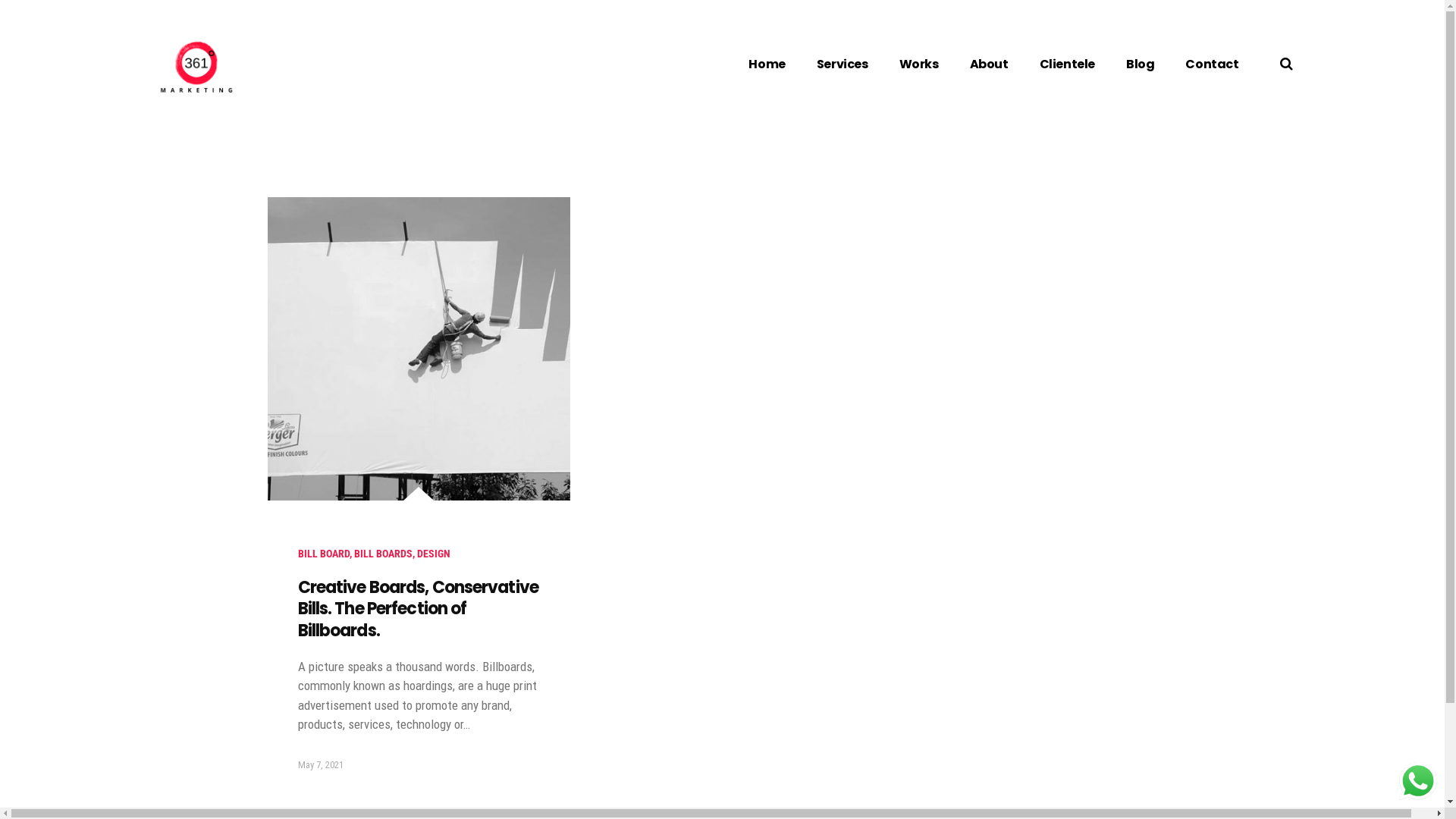 Image resolution: width=1456 pixels, height=819 pixels. What do you see at coordinates (1211, 63) in the screenshot?
I see `'Contact'` at bounding box center [1211, 63].